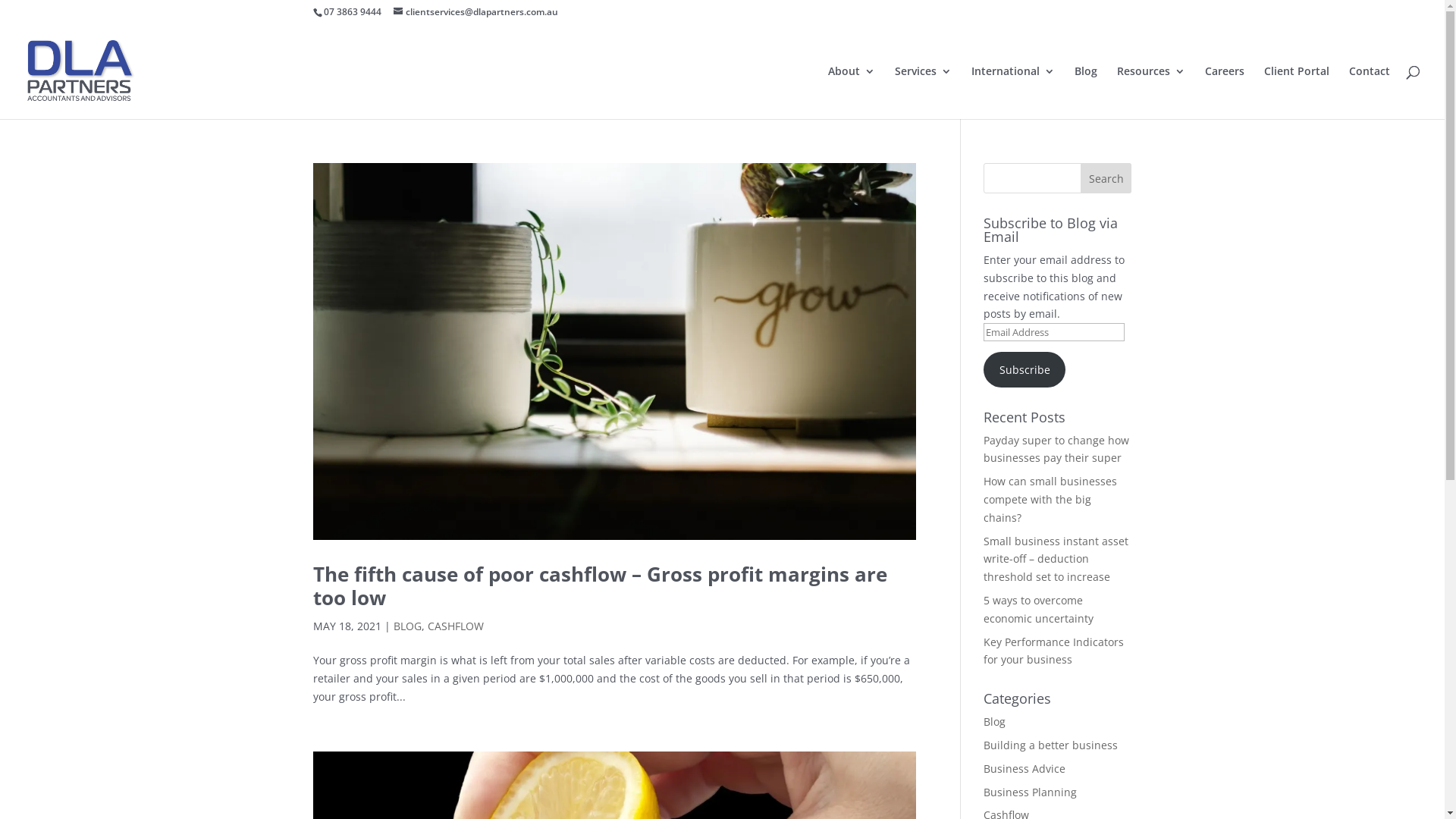 This screenshot has width=1456, height=819. I want to click on 'Services', so click(922, 93).